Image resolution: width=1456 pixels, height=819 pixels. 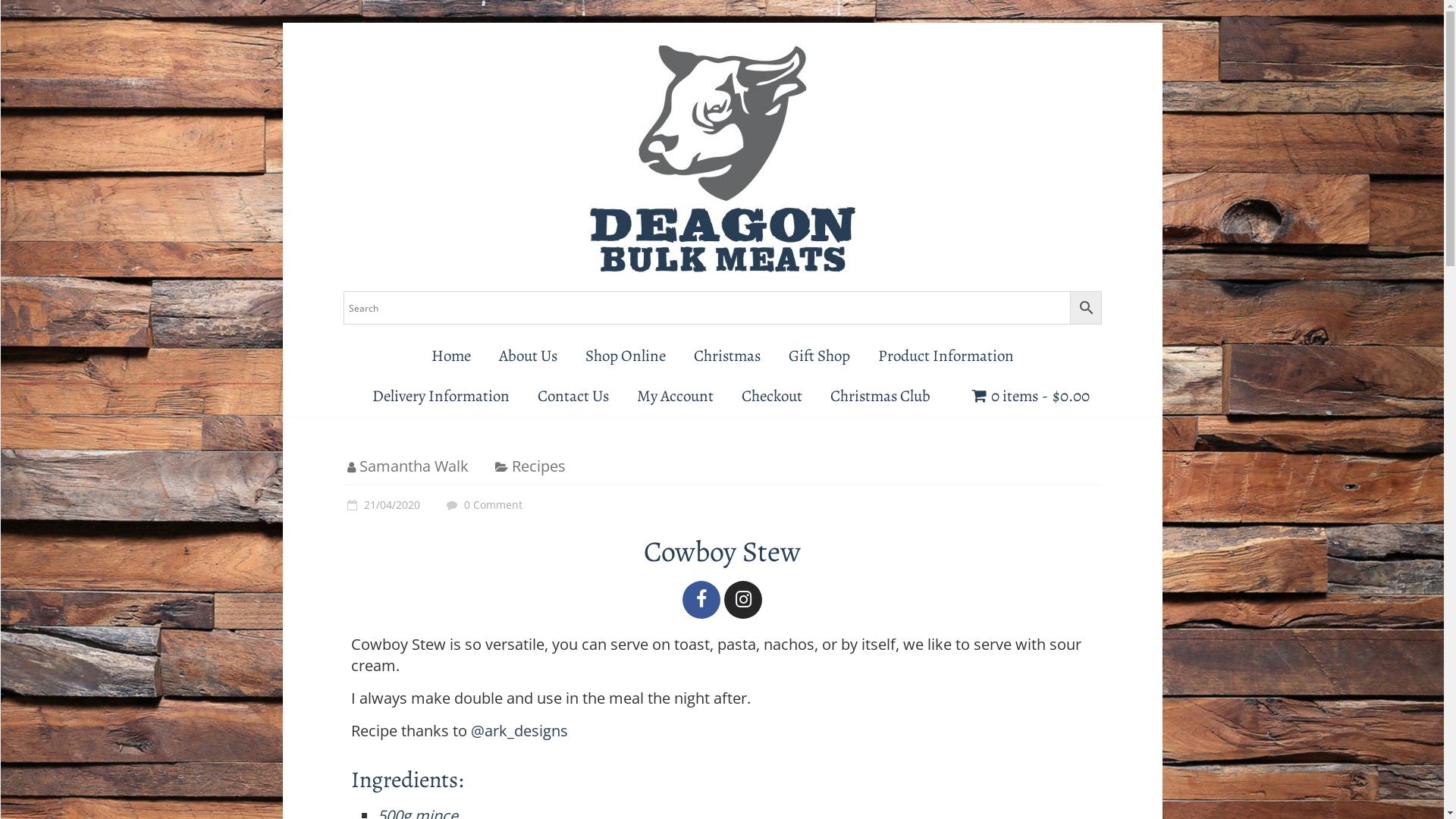 What do you see at coordinates (1031, 395) in the screenshot?
I see `'0 items$0.00'` at bounding box center [1031, 395].